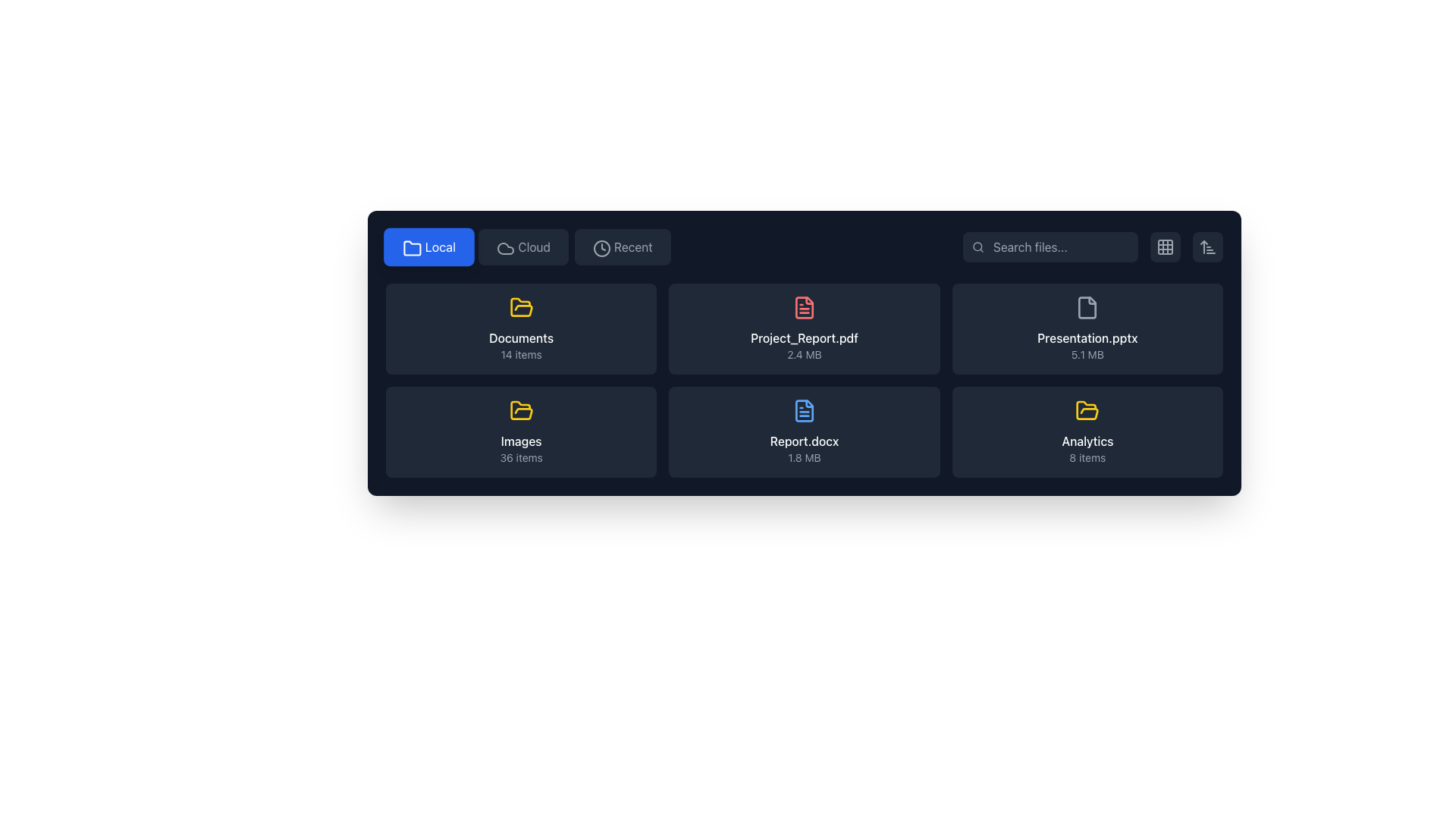 This screenshot has height=819, width=1456. I want to click on the folder icon in the 'Local' tab, so click(412, 247).